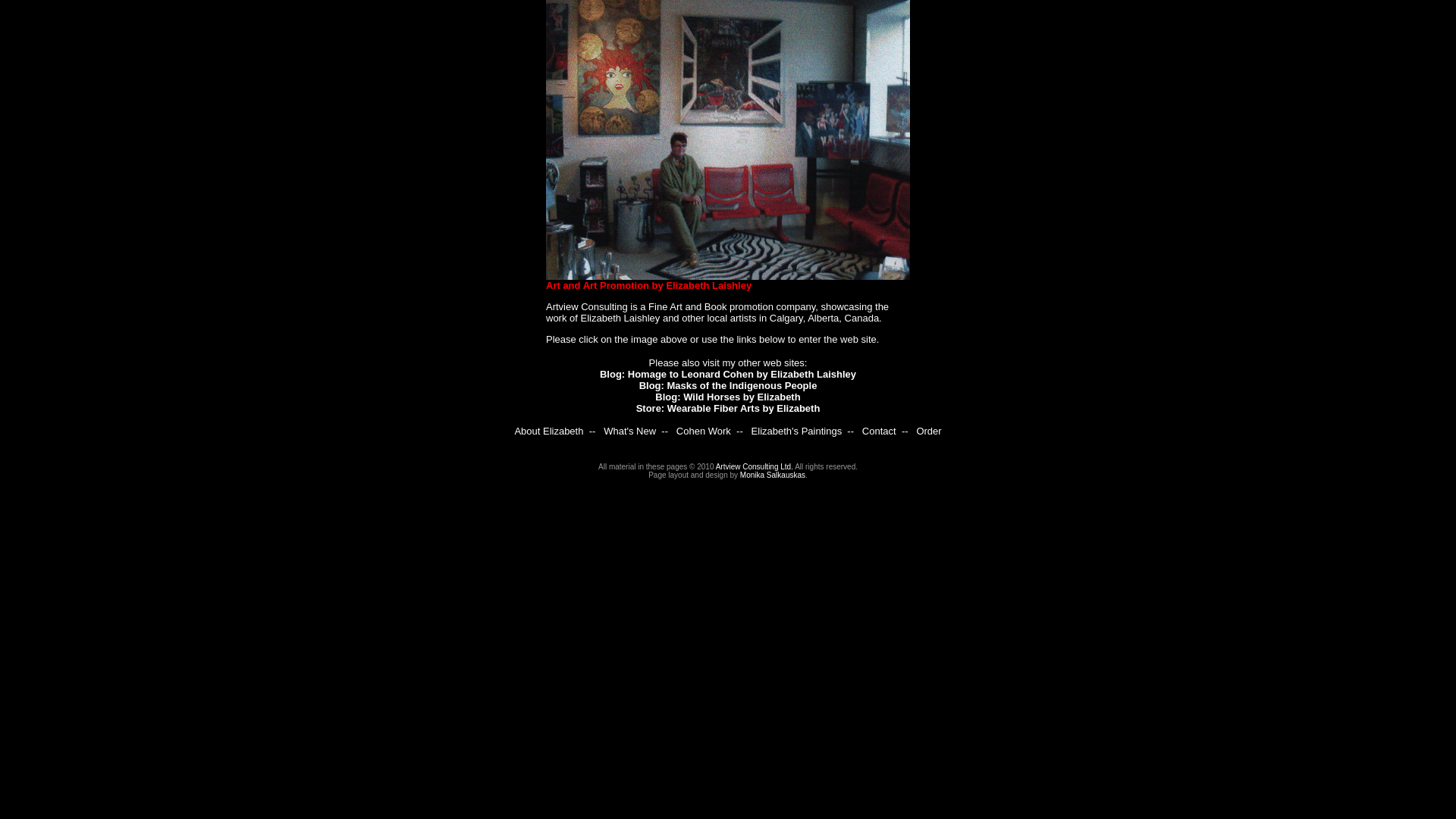 This screenshot has width=1456, height=819. What do you see at coordinates (879, 431) in the screenshot?
I see `'Contact'` at bounding box center [879, 431].